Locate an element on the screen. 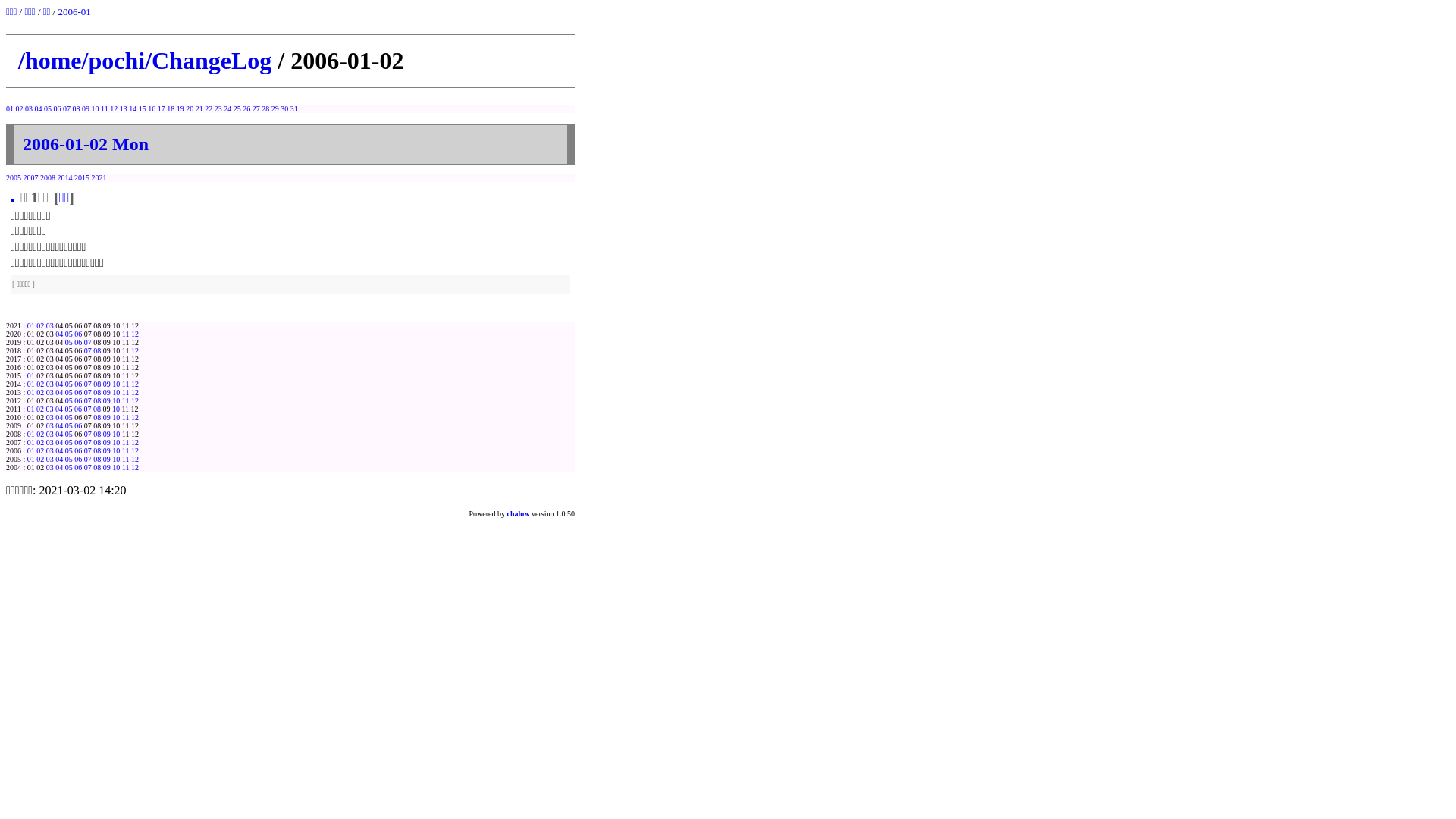 The image size is (1456, 819). '11' is located at coordinates (126, 450).